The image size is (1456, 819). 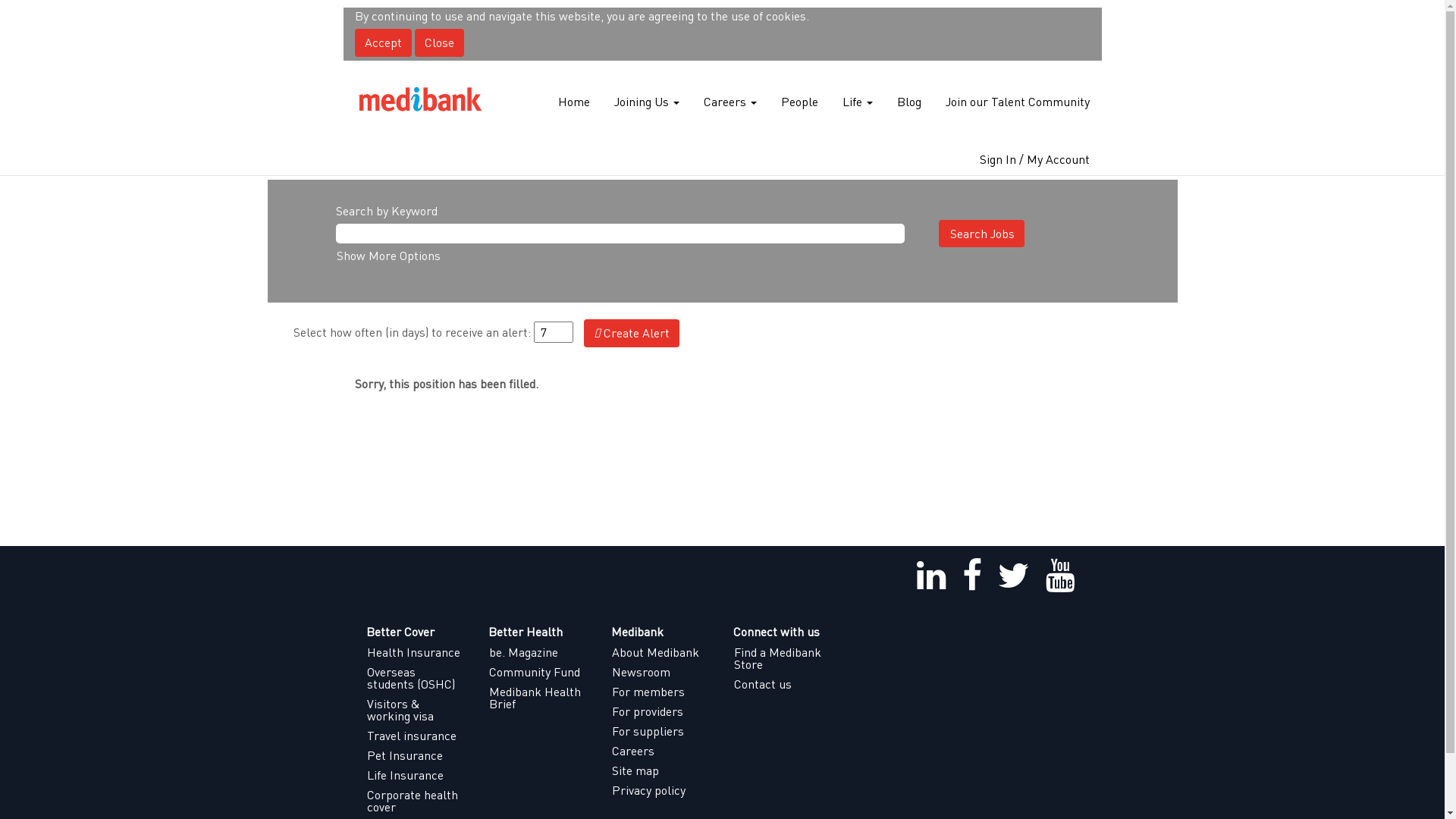 I want to click on 'Medibank Careers', so click(x=419, y=102).